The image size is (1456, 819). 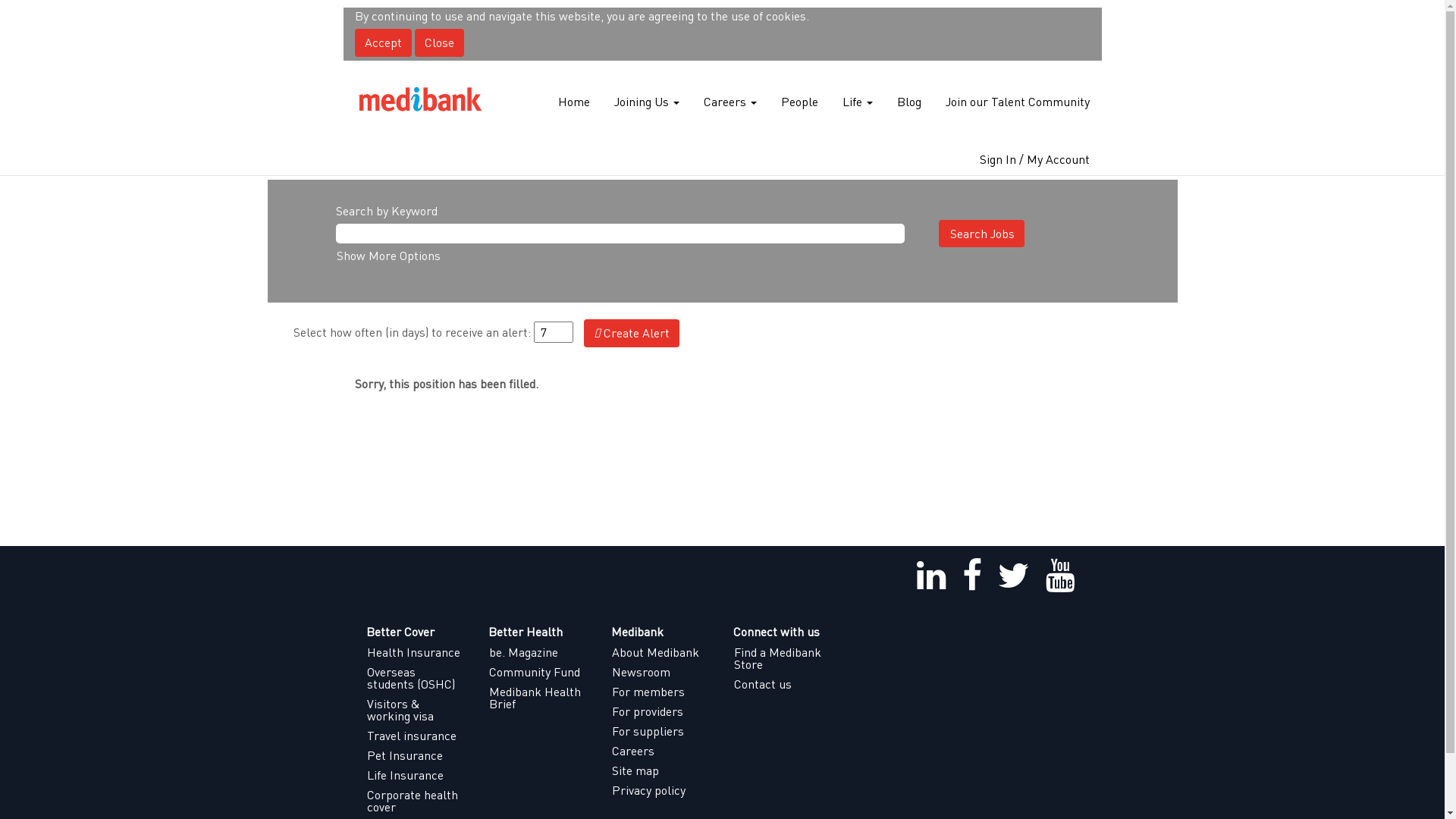 I want to click on 'Medibank Careers', so click(x=419, y=102).